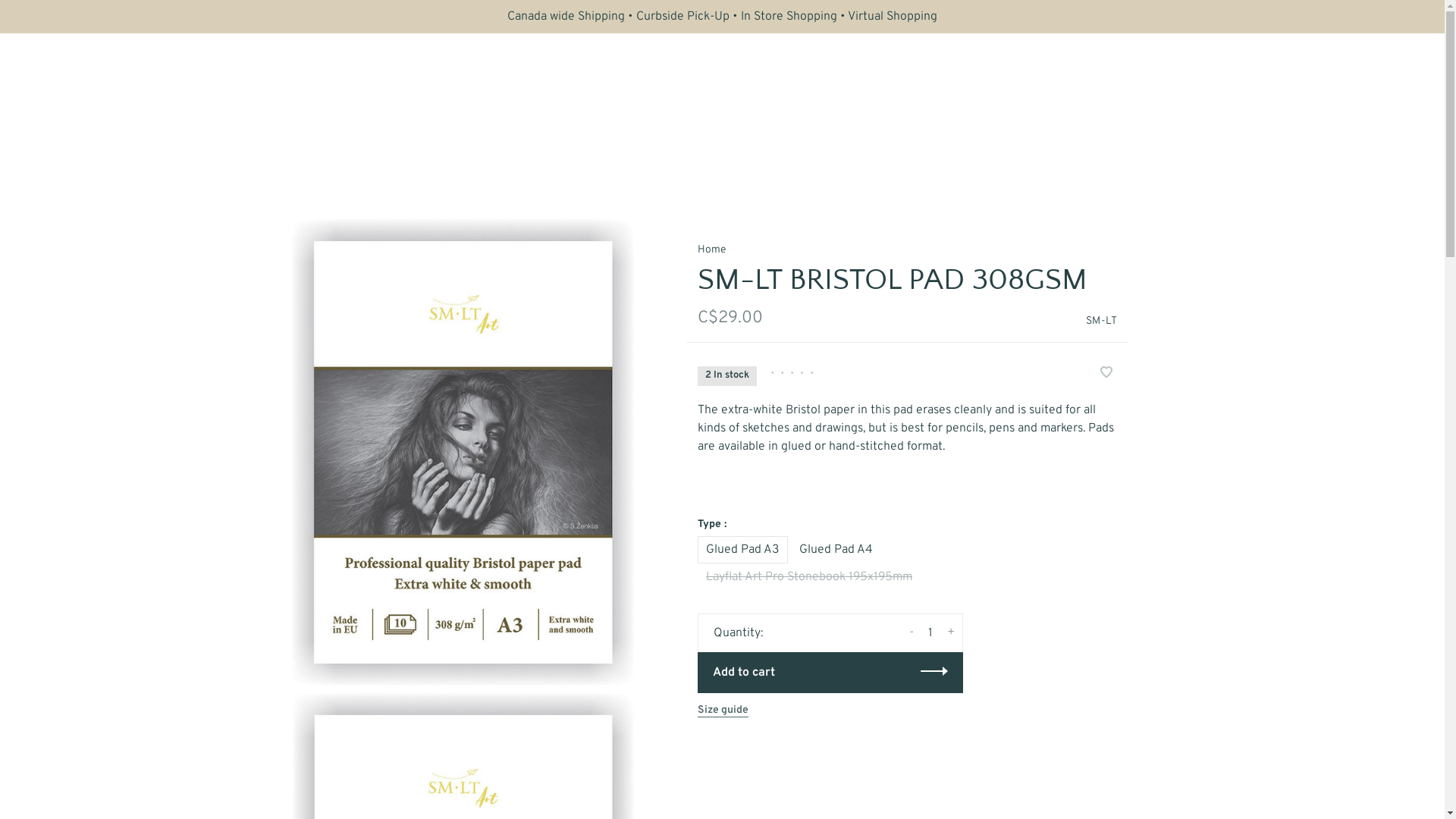  Describe the element at coordinates (722, 711) in the screenshot. I see `'Size guide'` at that location.